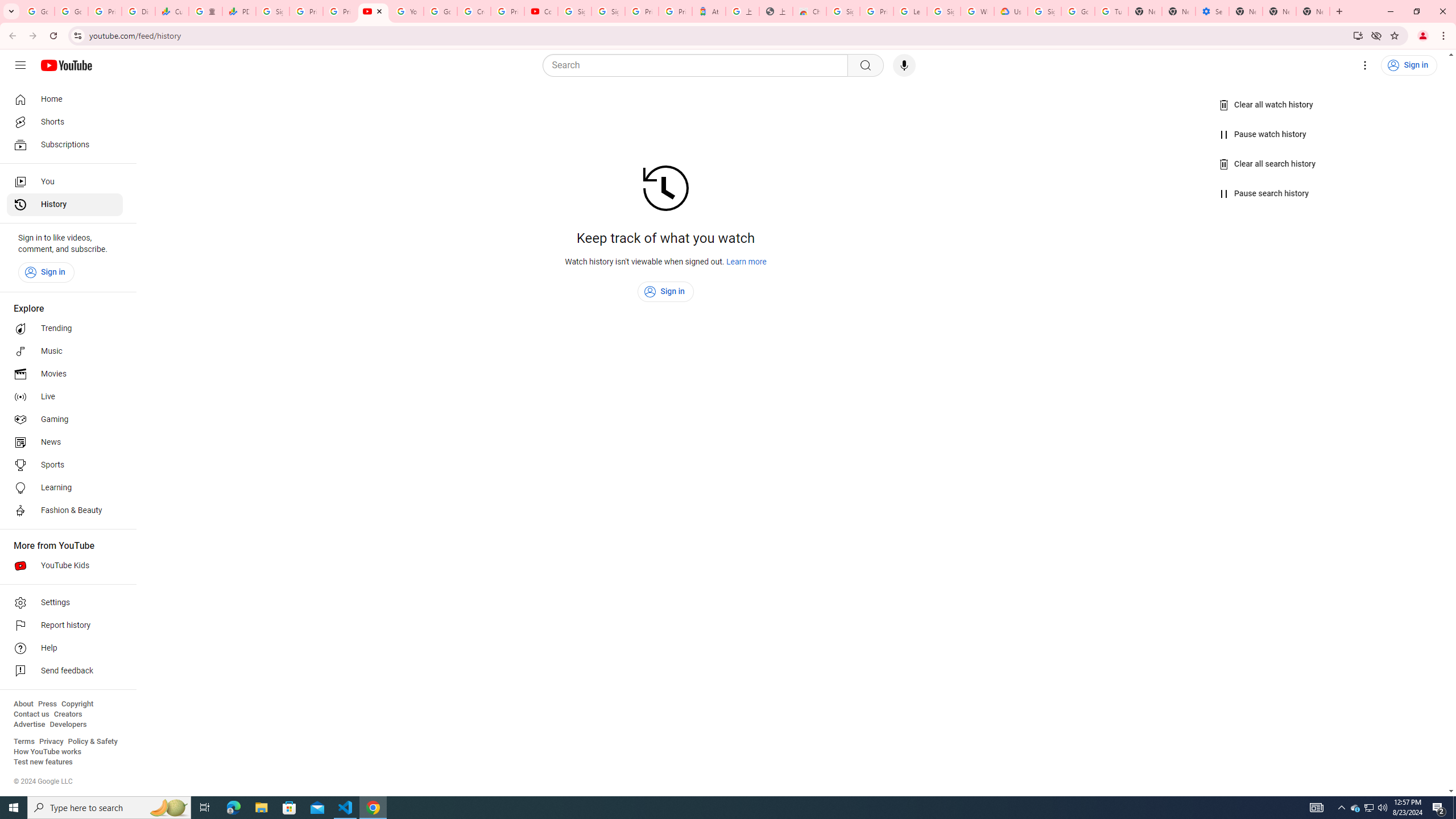  What do you see at coordinates (64, 350) in the screenshot?
I see `'Music'` at bounding box center [64, 350].